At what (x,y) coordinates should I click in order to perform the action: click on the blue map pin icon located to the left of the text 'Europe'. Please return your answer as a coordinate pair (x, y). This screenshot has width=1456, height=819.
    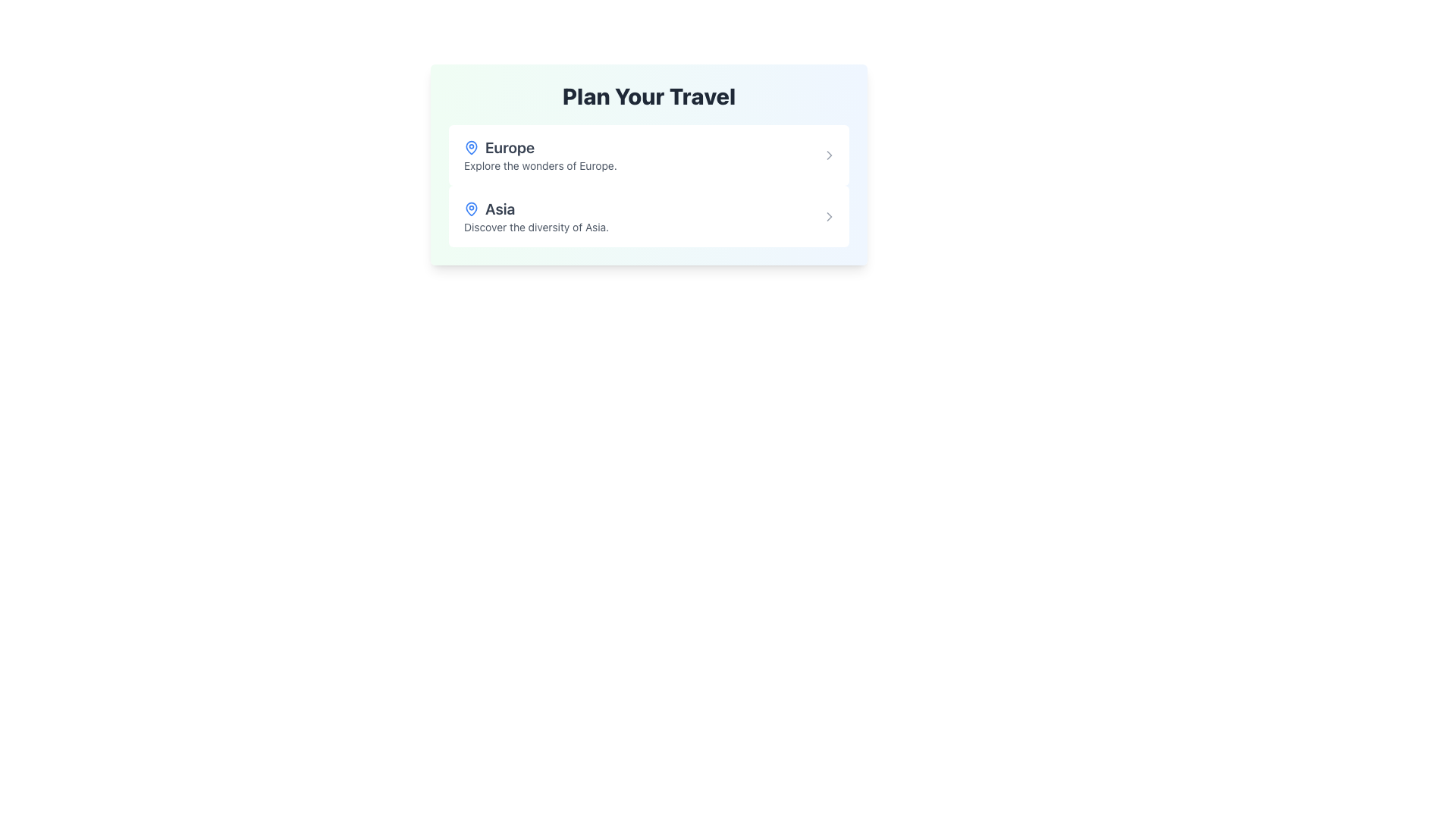
    Looking at the image, I should click on (471, 148).